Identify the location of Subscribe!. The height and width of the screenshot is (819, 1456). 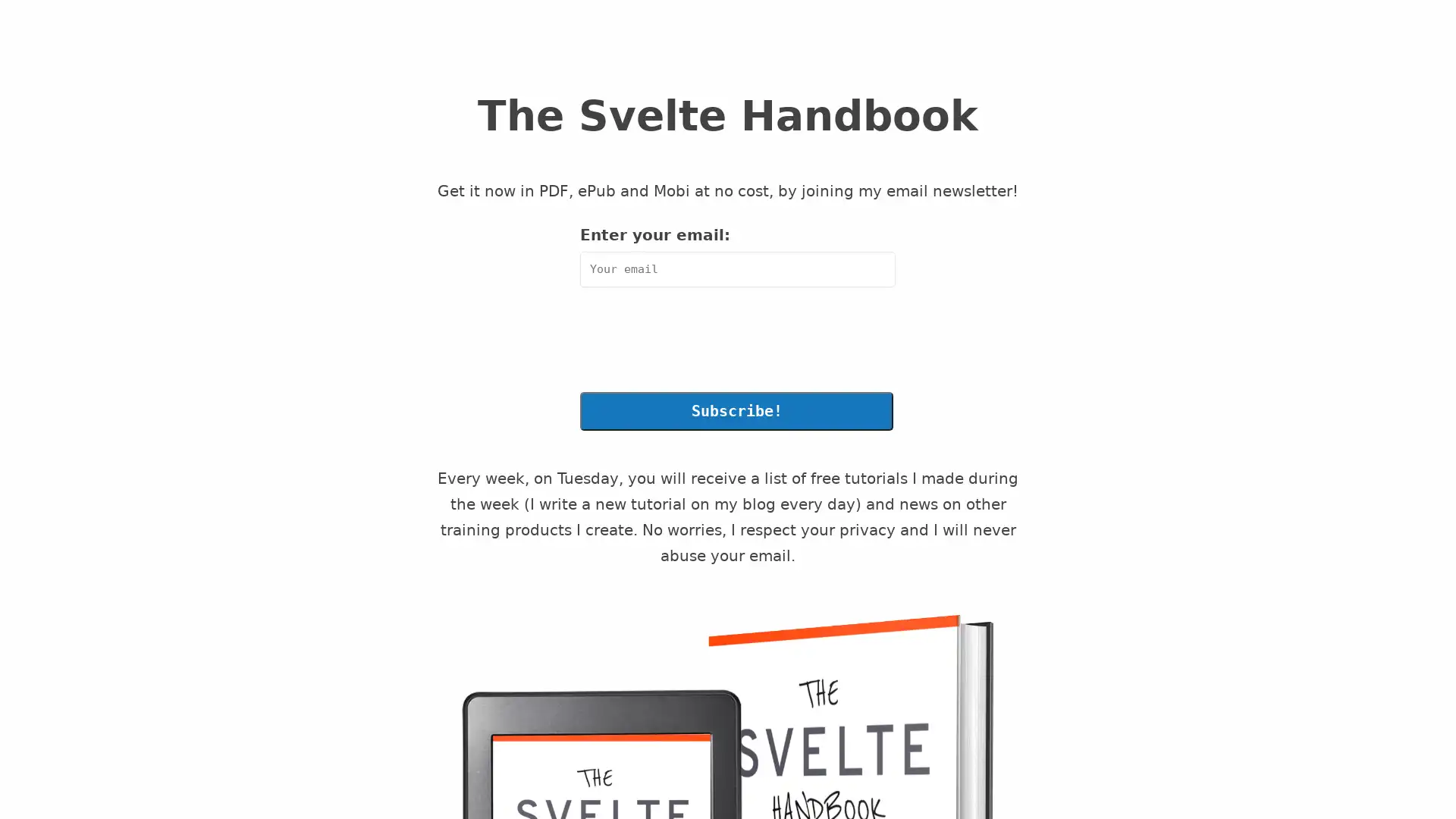
(736, 411).